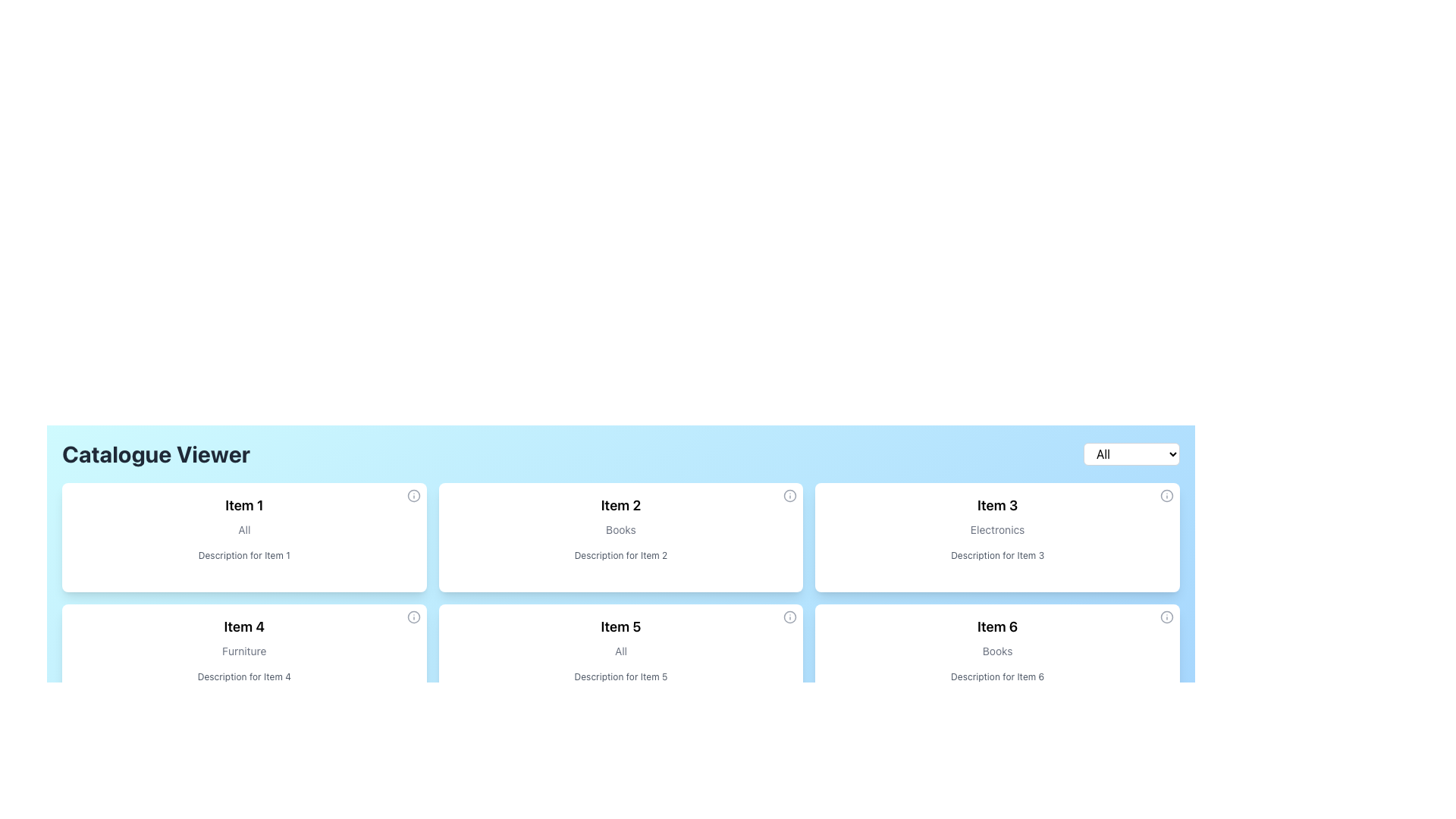 The image size is (1456, 819). Describe the element at coordinates (789, 617) in the screenshot. I see `the sixth vector graphic circle element located at the top-right corner of the 'Item 5' card, which serves as an information indicator` at that location.